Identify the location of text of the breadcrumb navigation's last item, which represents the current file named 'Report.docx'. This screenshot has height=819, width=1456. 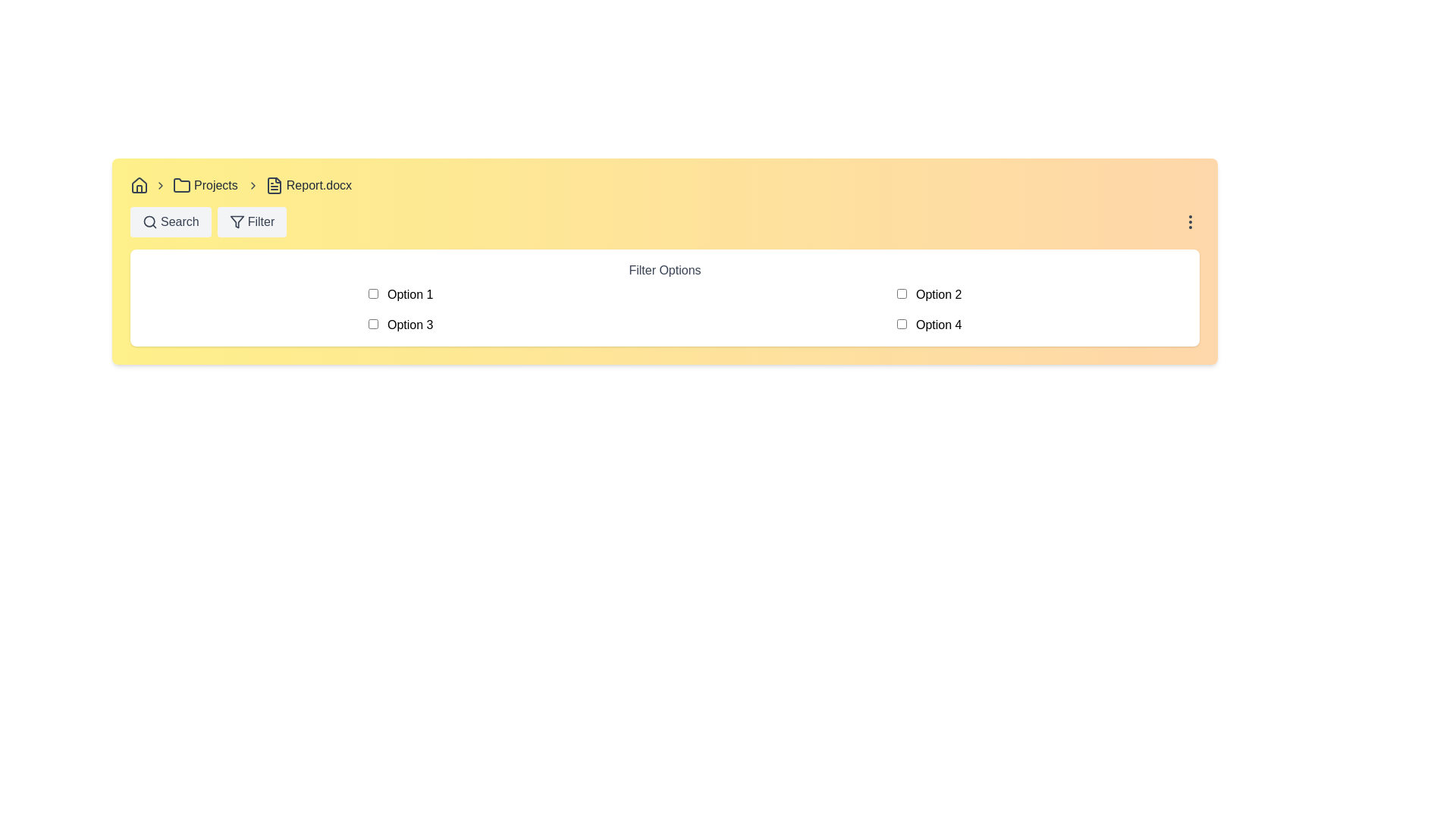
(318, 185).